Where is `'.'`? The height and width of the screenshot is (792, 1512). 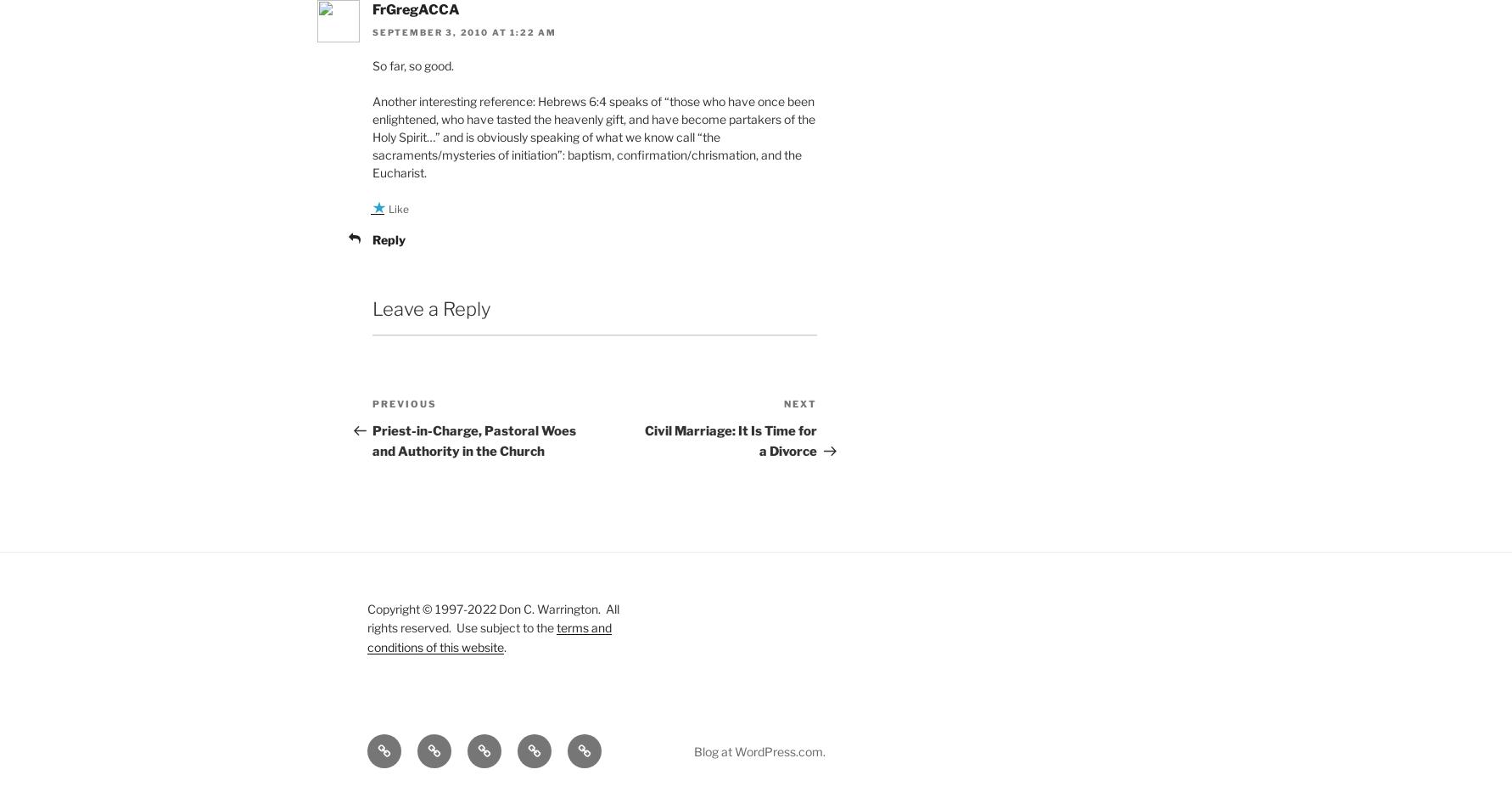 '.' is located at coordinates (505, 645).